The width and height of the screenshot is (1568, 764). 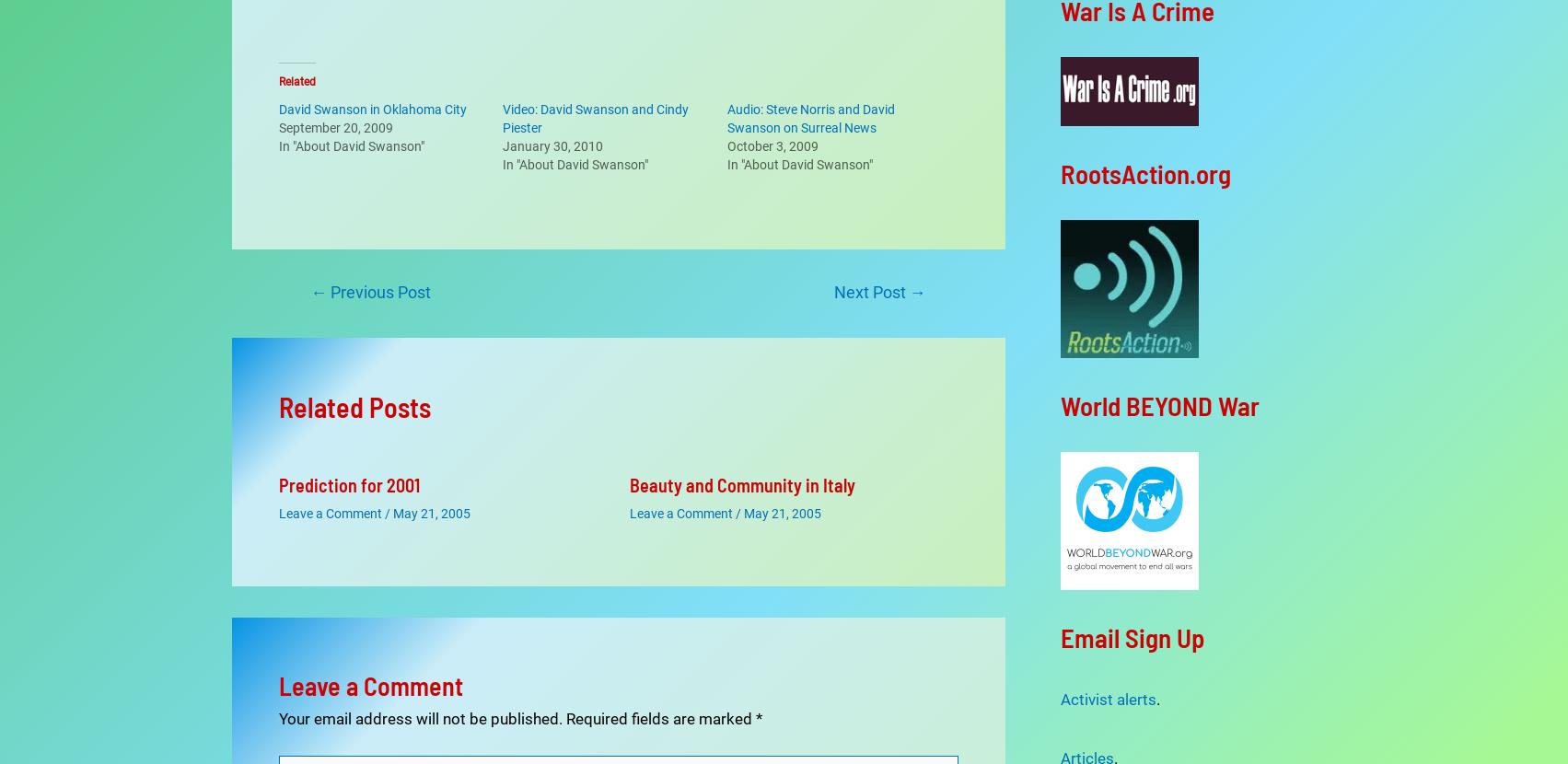 I want to click on 'World BEYOND War', so click(x=1158, y=404).